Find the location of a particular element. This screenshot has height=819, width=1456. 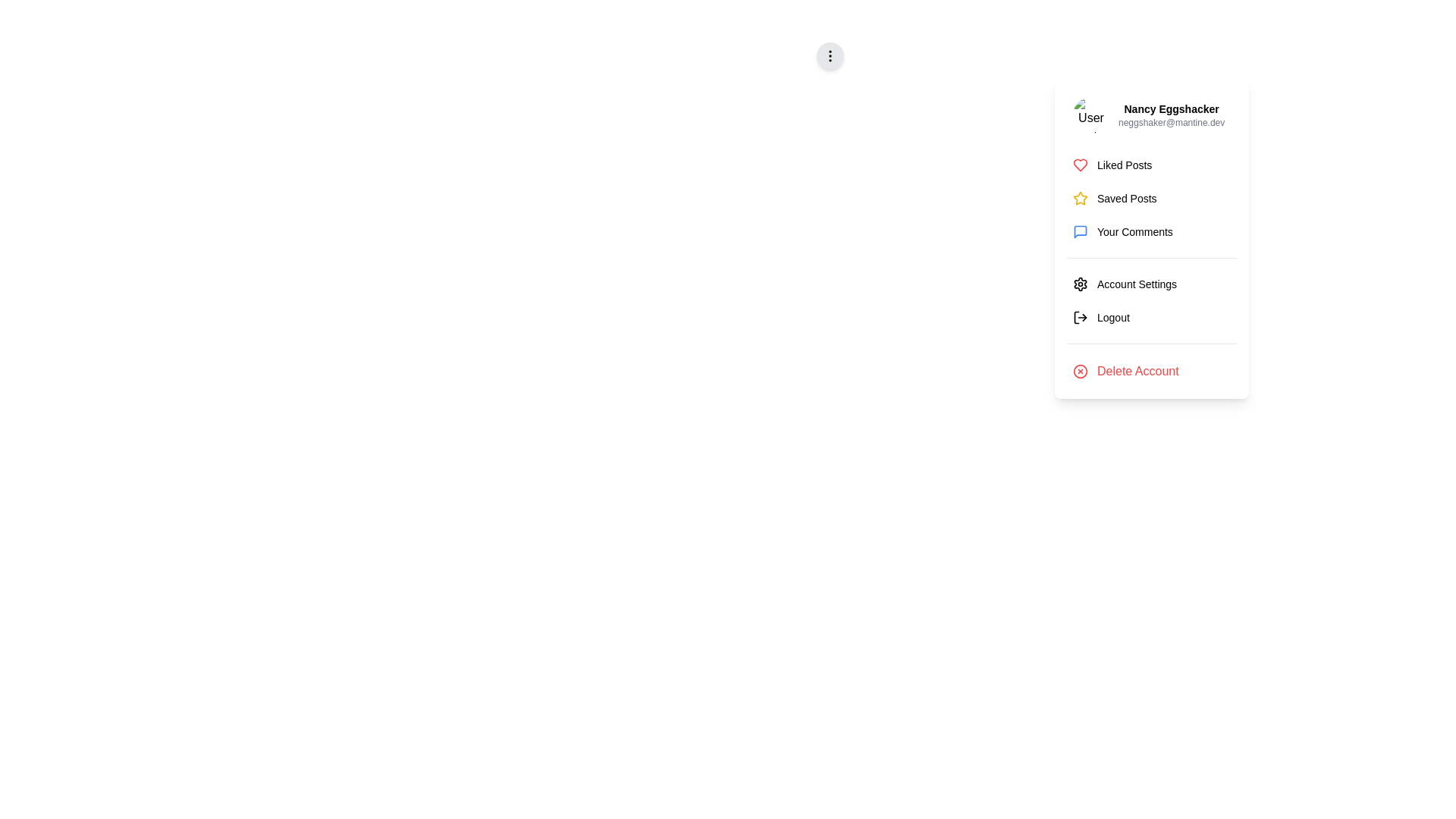

the circular button with a gray background and vertical ellipsis icon is located at coordinates (829, 55).